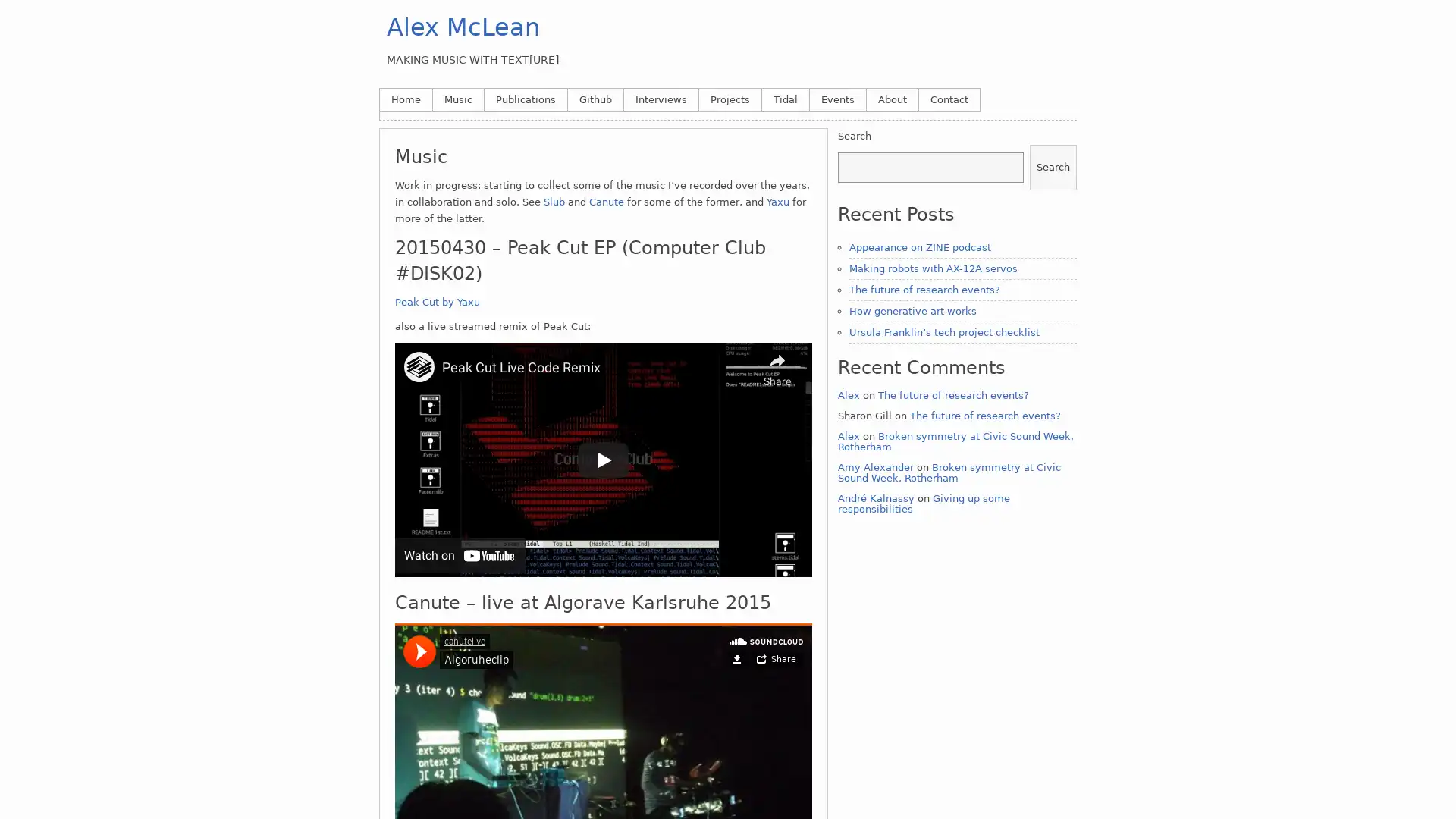  What do you see at coordinates (1052, 167) in the screenshot?
I see `Search` at bounding box center [1052, 167].